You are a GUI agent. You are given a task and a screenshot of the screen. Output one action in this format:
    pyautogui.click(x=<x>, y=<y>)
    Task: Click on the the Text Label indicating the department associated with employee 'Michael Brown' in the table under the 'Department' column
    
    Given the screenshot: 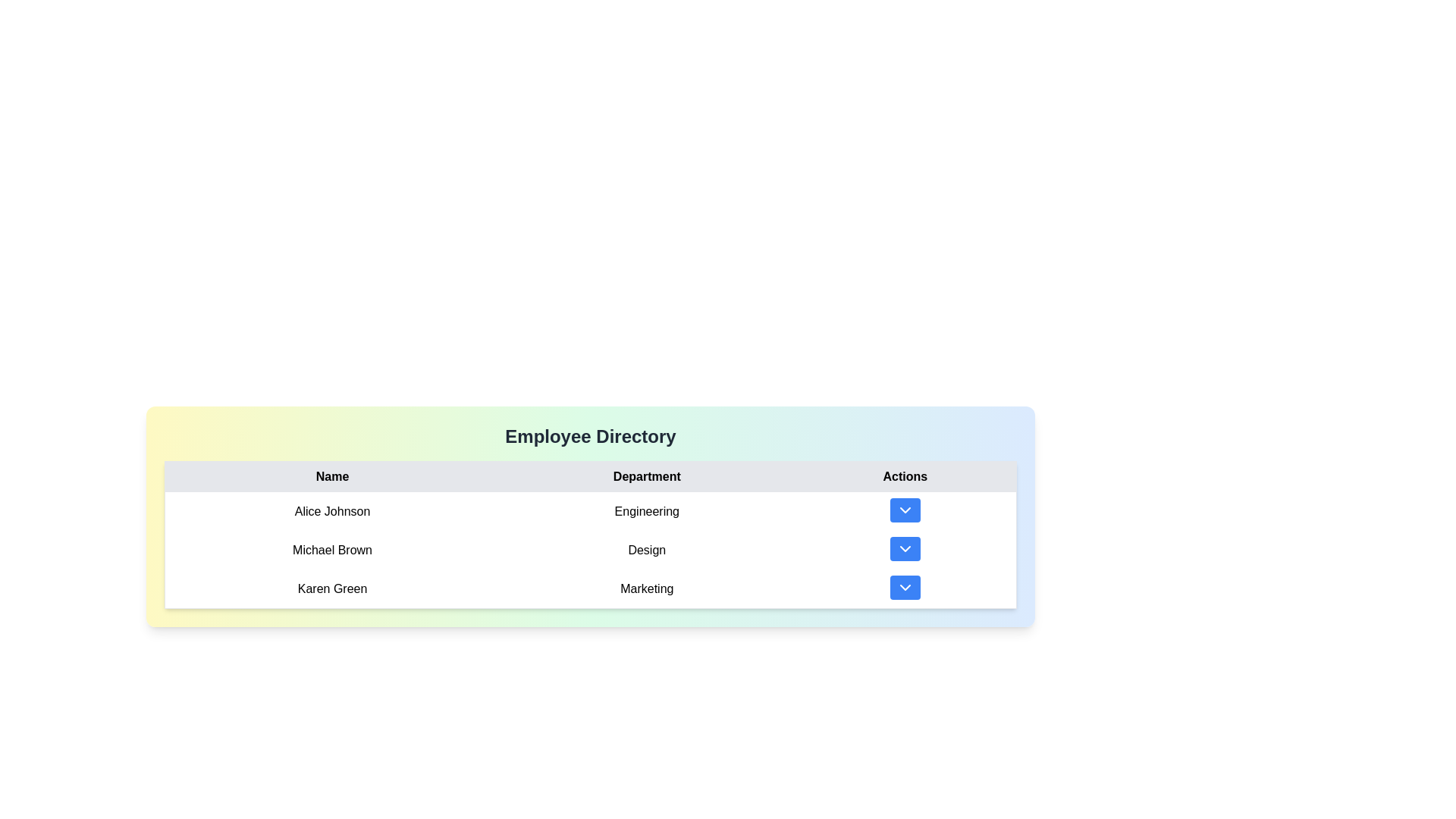 What is the action you would take?
    pyautogui.click(x=647, y=550)
    